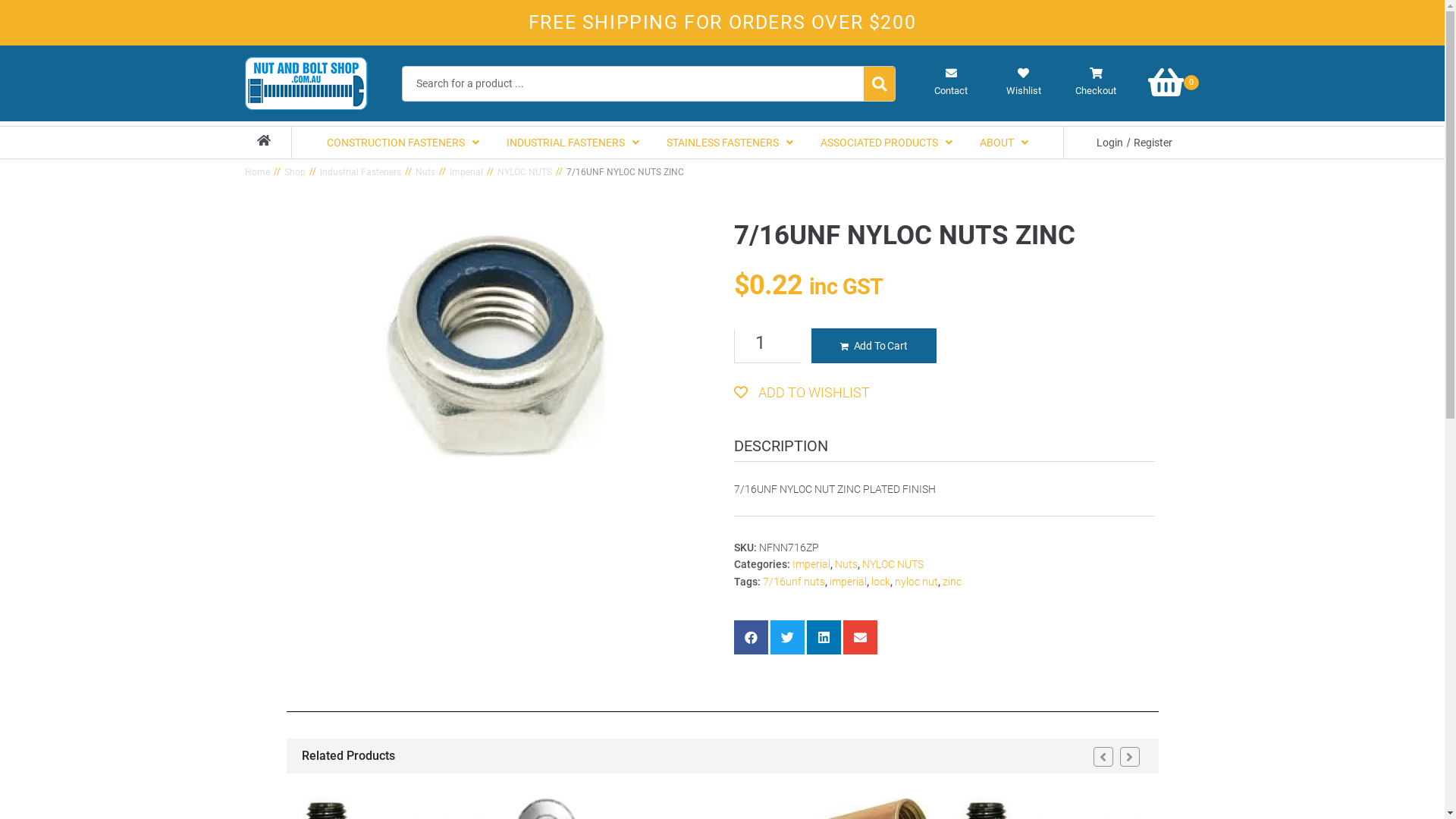 The image size is (1456, 819). I want to click on 'zinc', so click(950, 581).